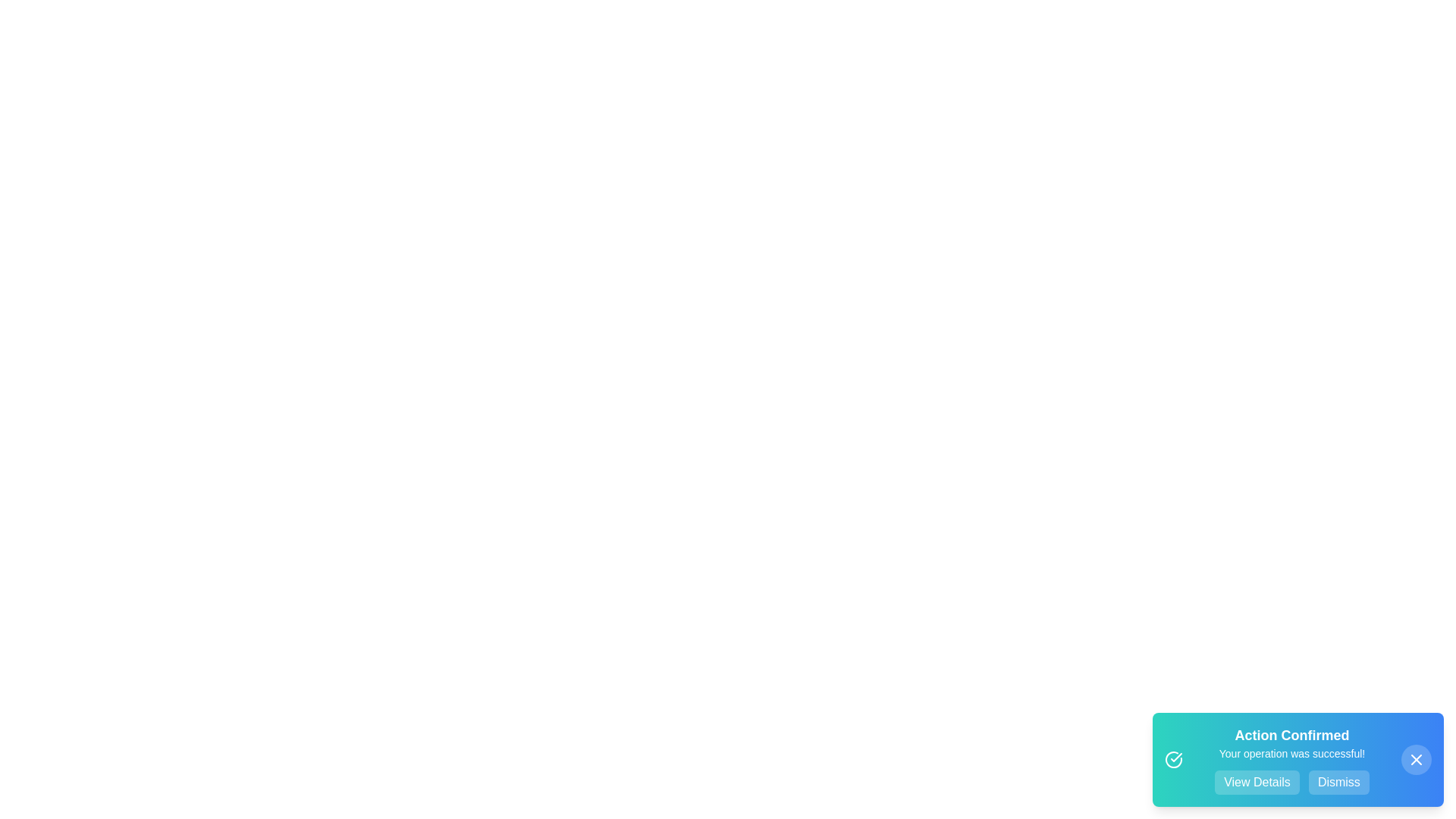 The image size is (1456, 819). What do you see at coordinates (1194, 724) in the screenshot?
I see `the text content of the snackbar for copying` at bounding box center [1194, 724].